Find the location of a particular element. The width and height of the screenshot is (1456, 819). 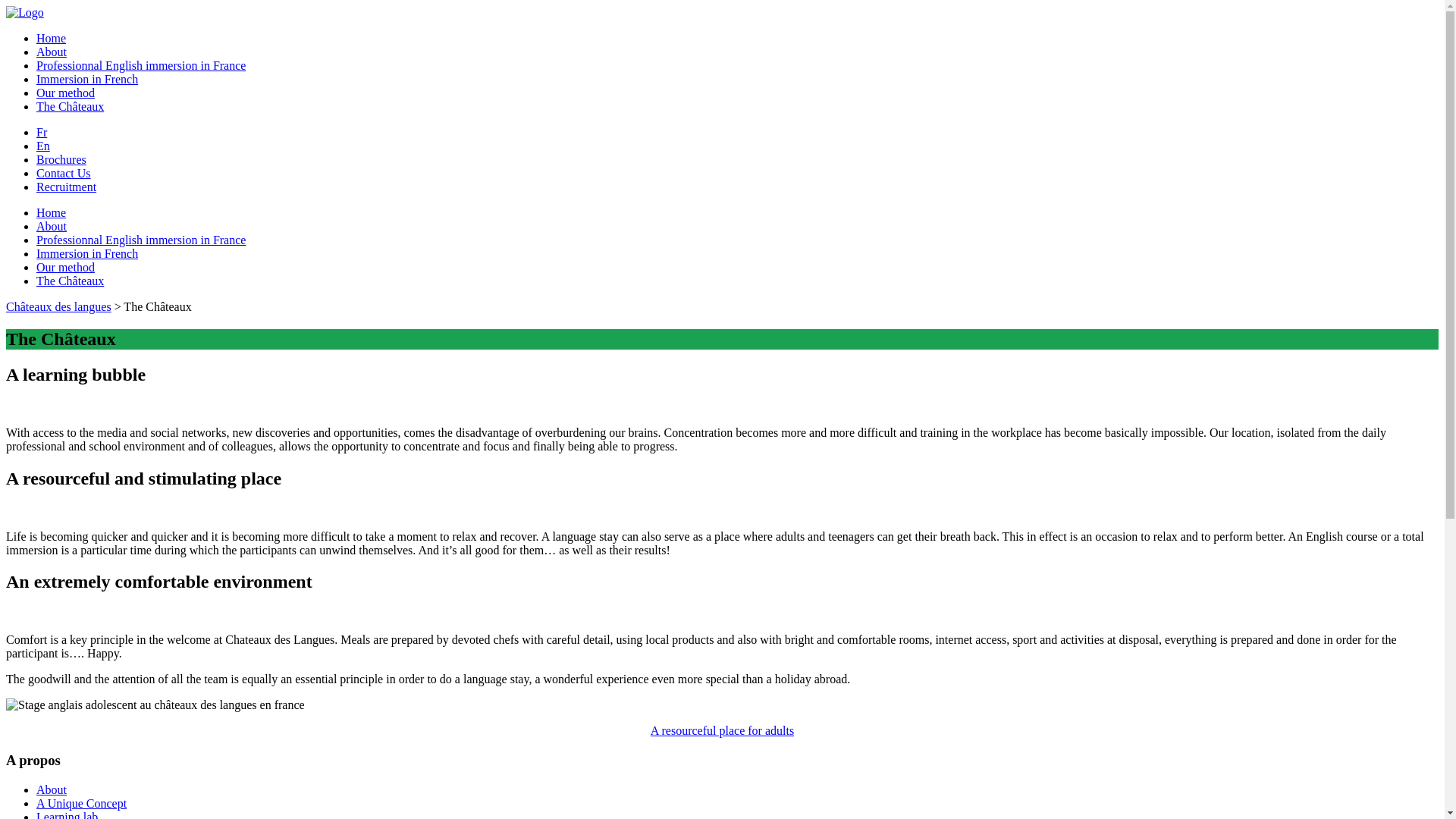

'Home' is located at coordinates (51, 212).